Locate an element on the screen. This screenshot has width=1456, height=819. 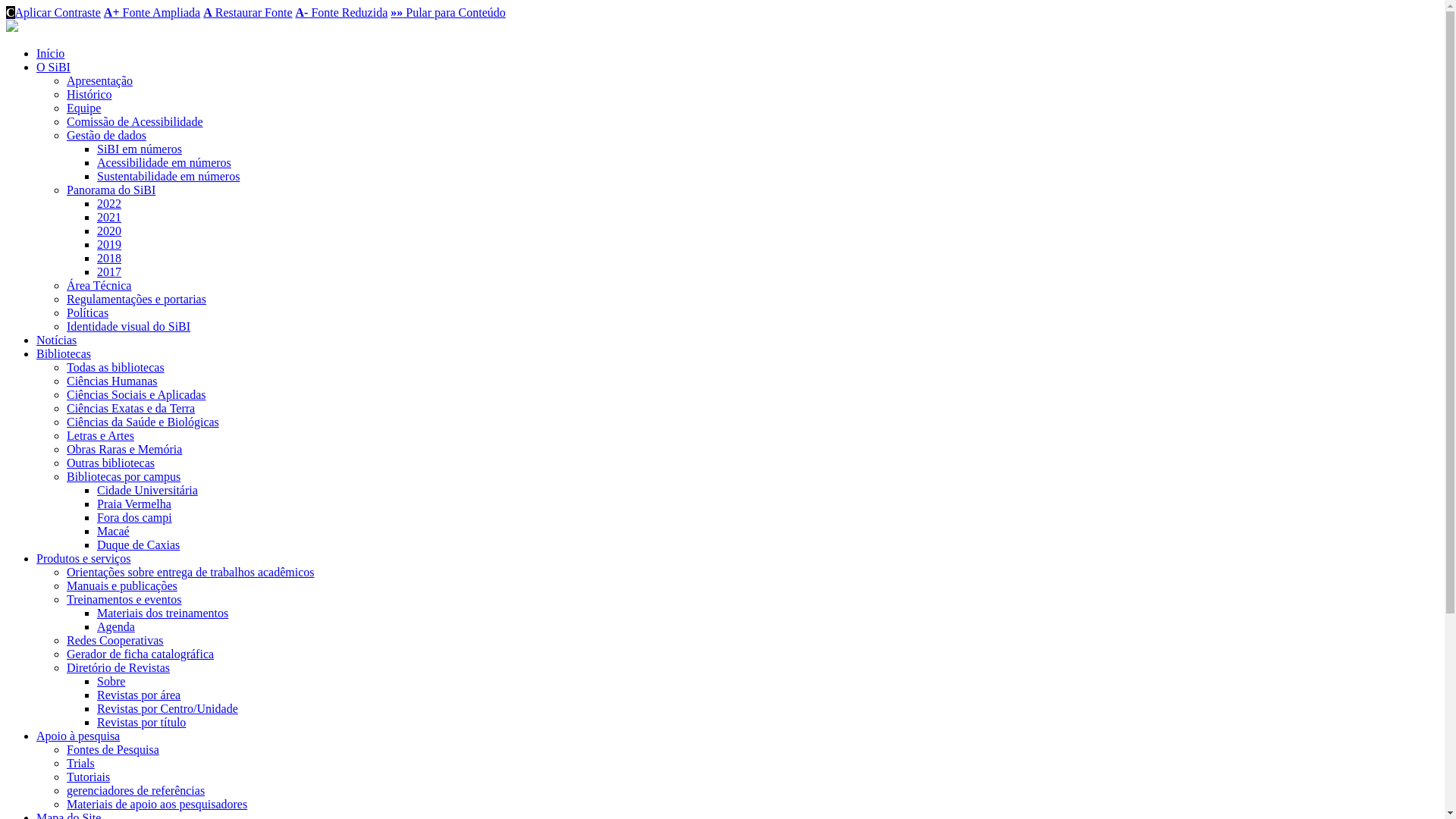
'Revistas por Centro/Unidade' is located at coordinates (167, 708).